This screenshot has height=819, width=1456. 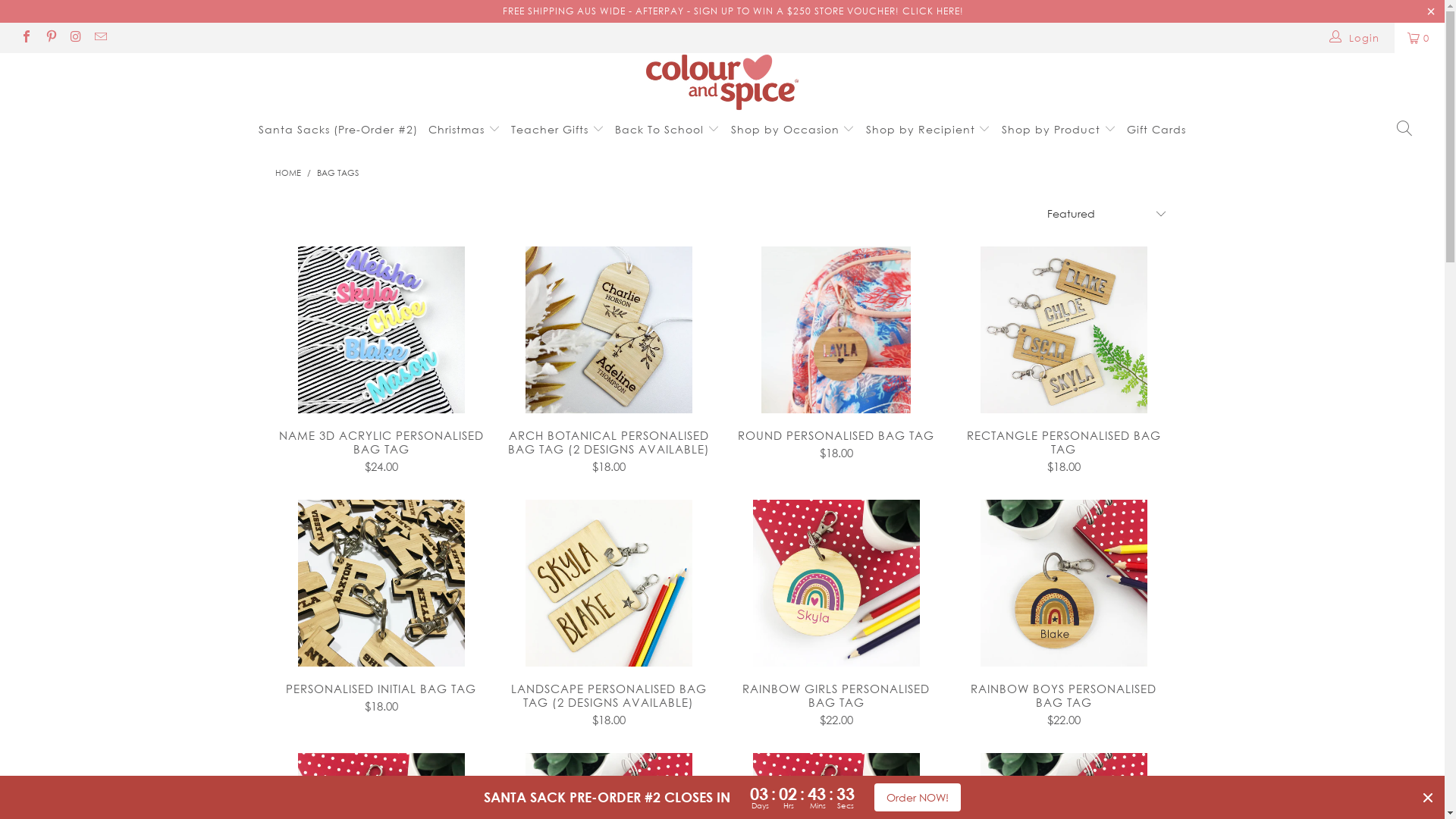 What do you see at coordinates (1001, 128) in the screenshot?
I see `'Shop by Product'` at bounding box center [1001, 128].